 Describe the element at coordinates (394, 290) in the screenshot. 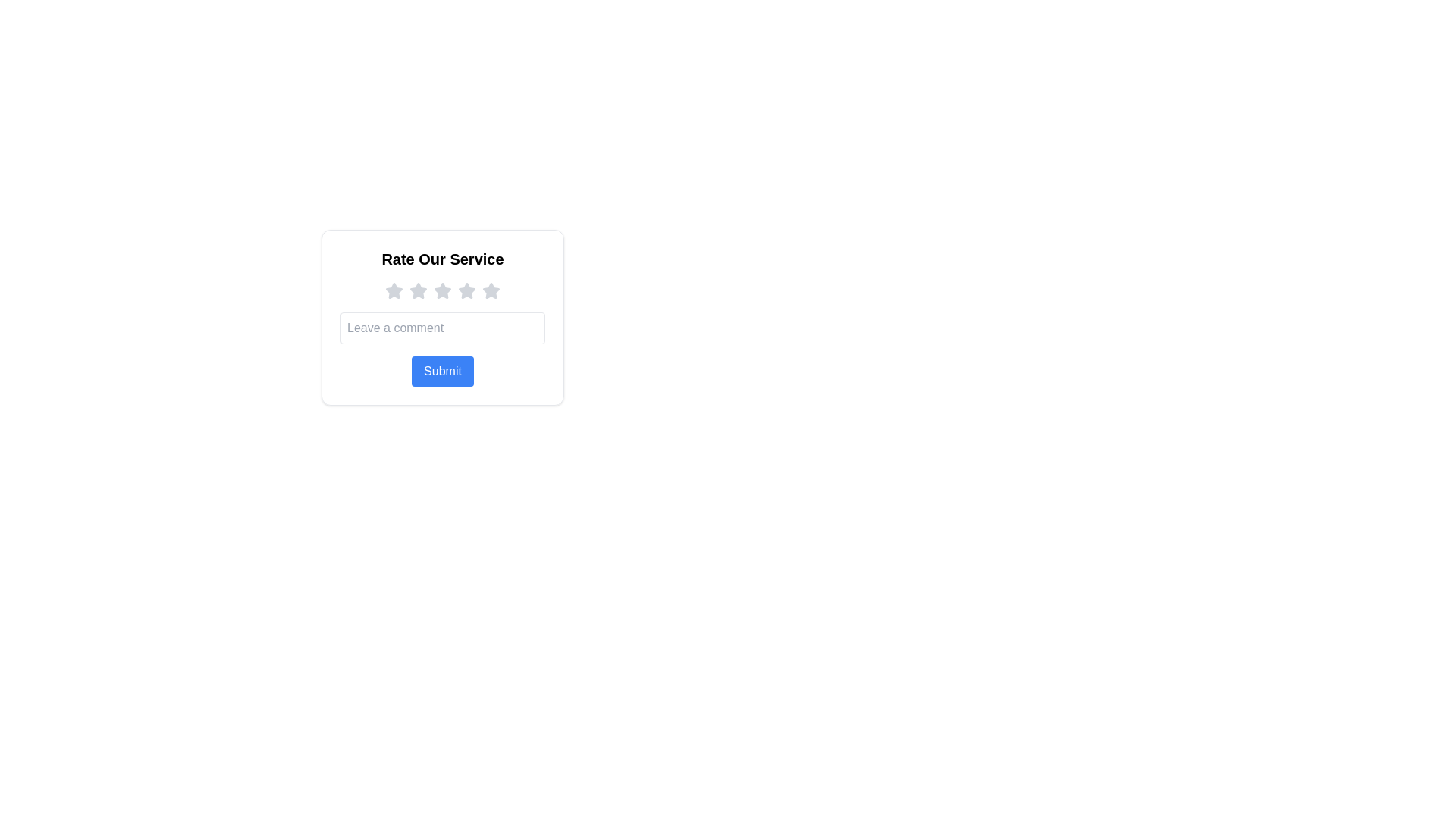

I see `the first star icon in the rating interface to indicate selection` at that location.